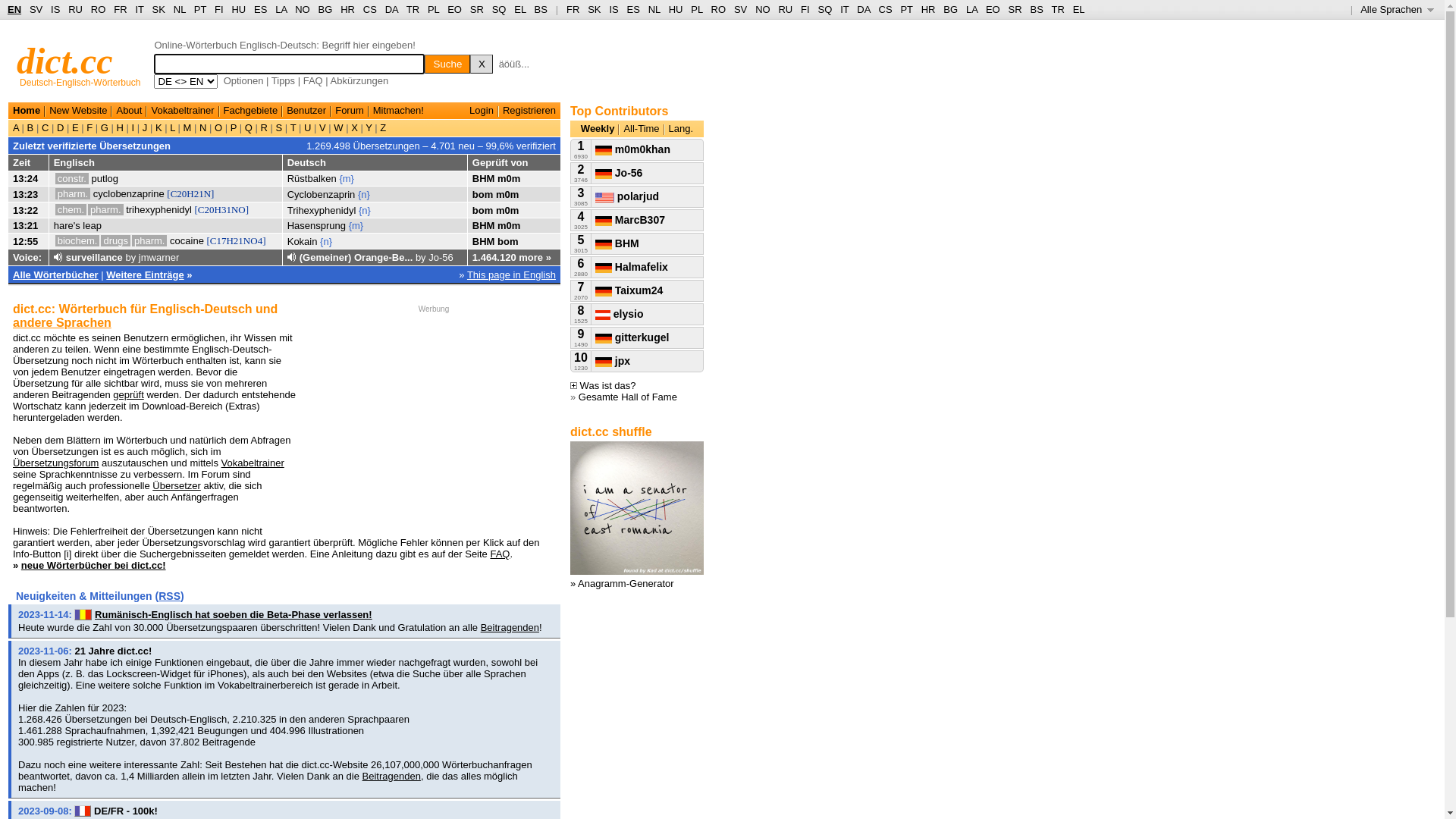 This screenshot has height=819, width=1456. I want to click on 'F', so click(89, 127).